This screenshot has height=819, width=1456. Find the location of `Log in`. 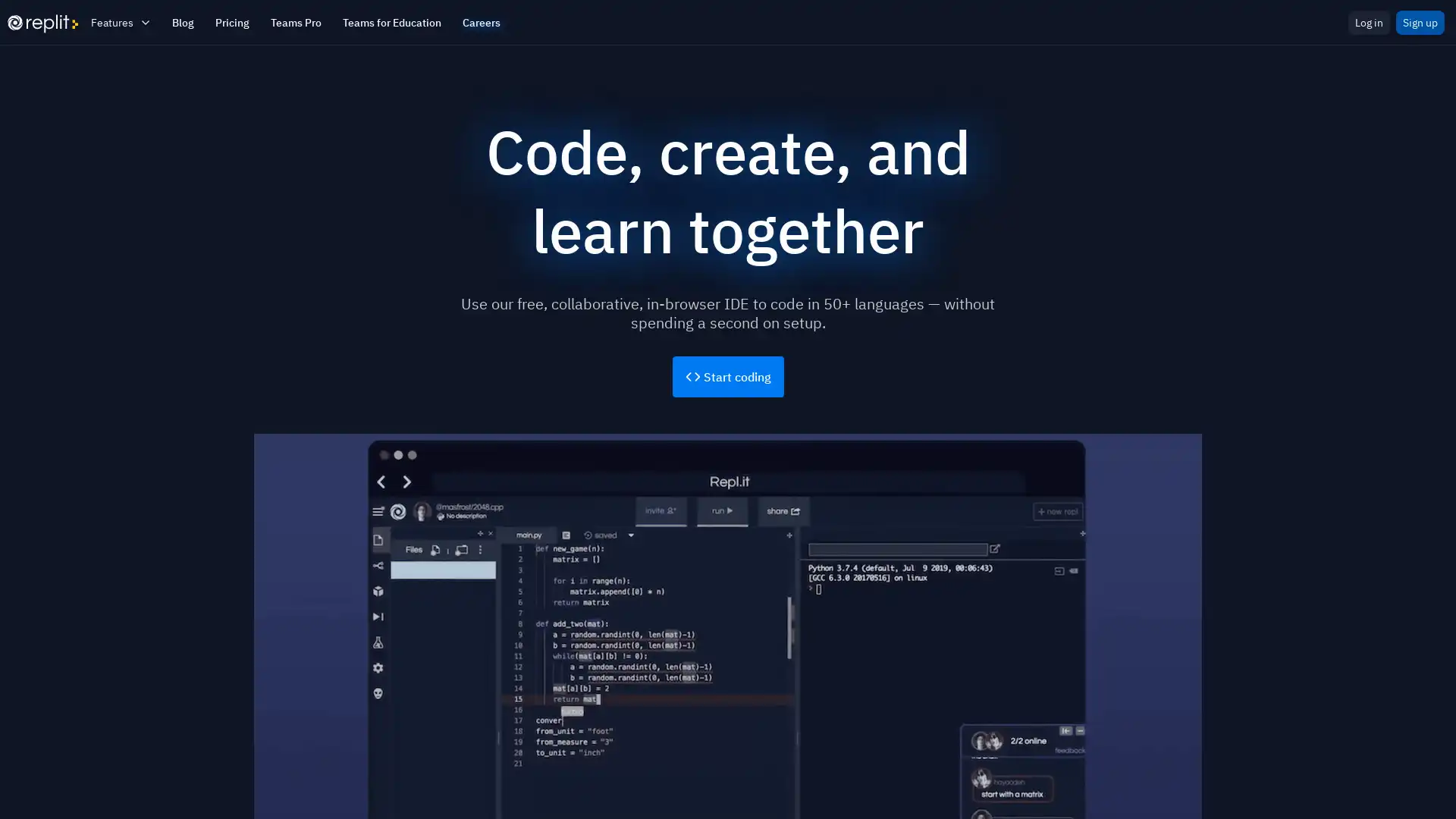

Log in is located at coordinates (1369, 23).